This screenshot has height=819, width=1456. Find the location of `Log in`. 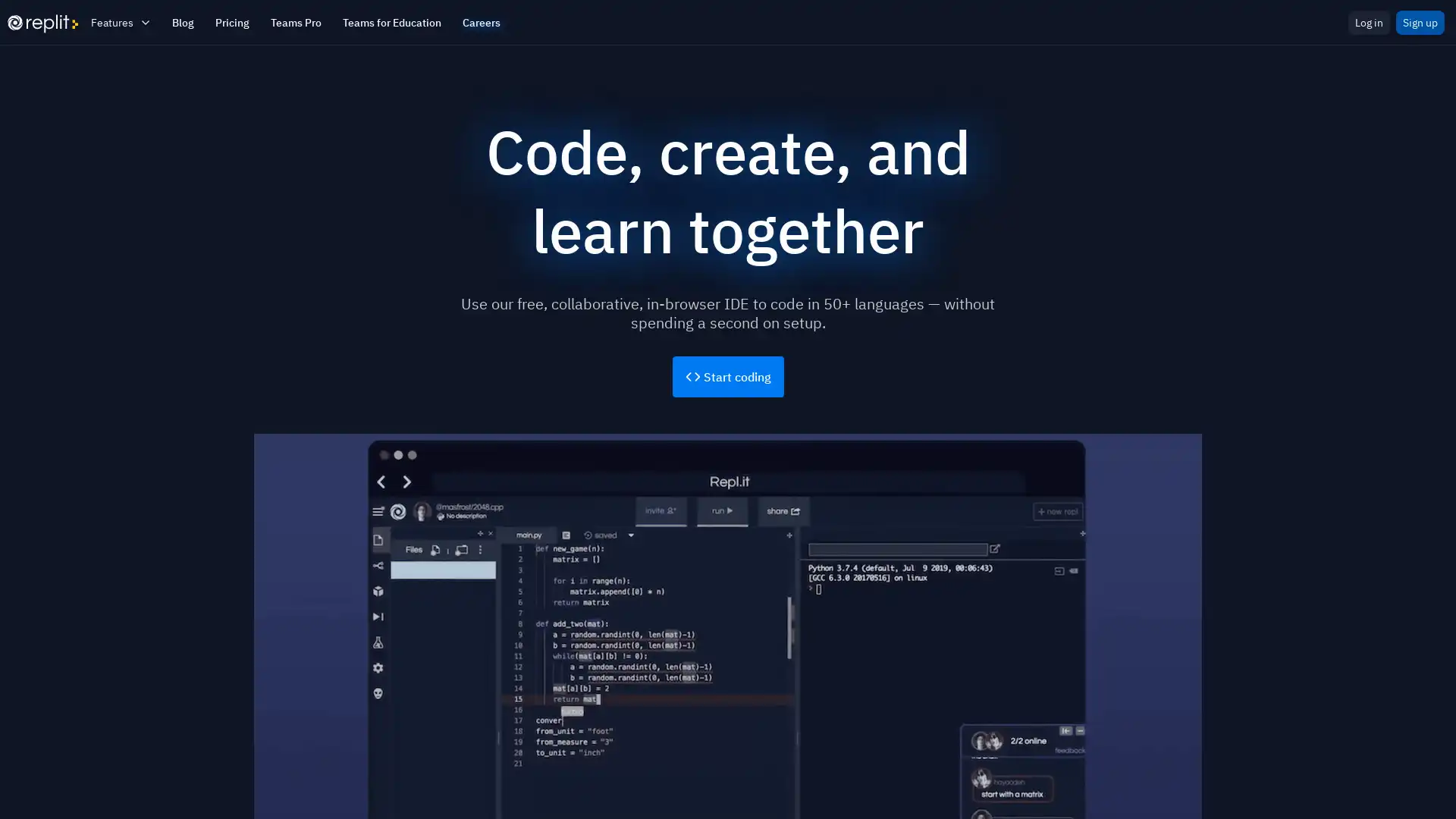

Log in is located at coordinates (1369, 23).